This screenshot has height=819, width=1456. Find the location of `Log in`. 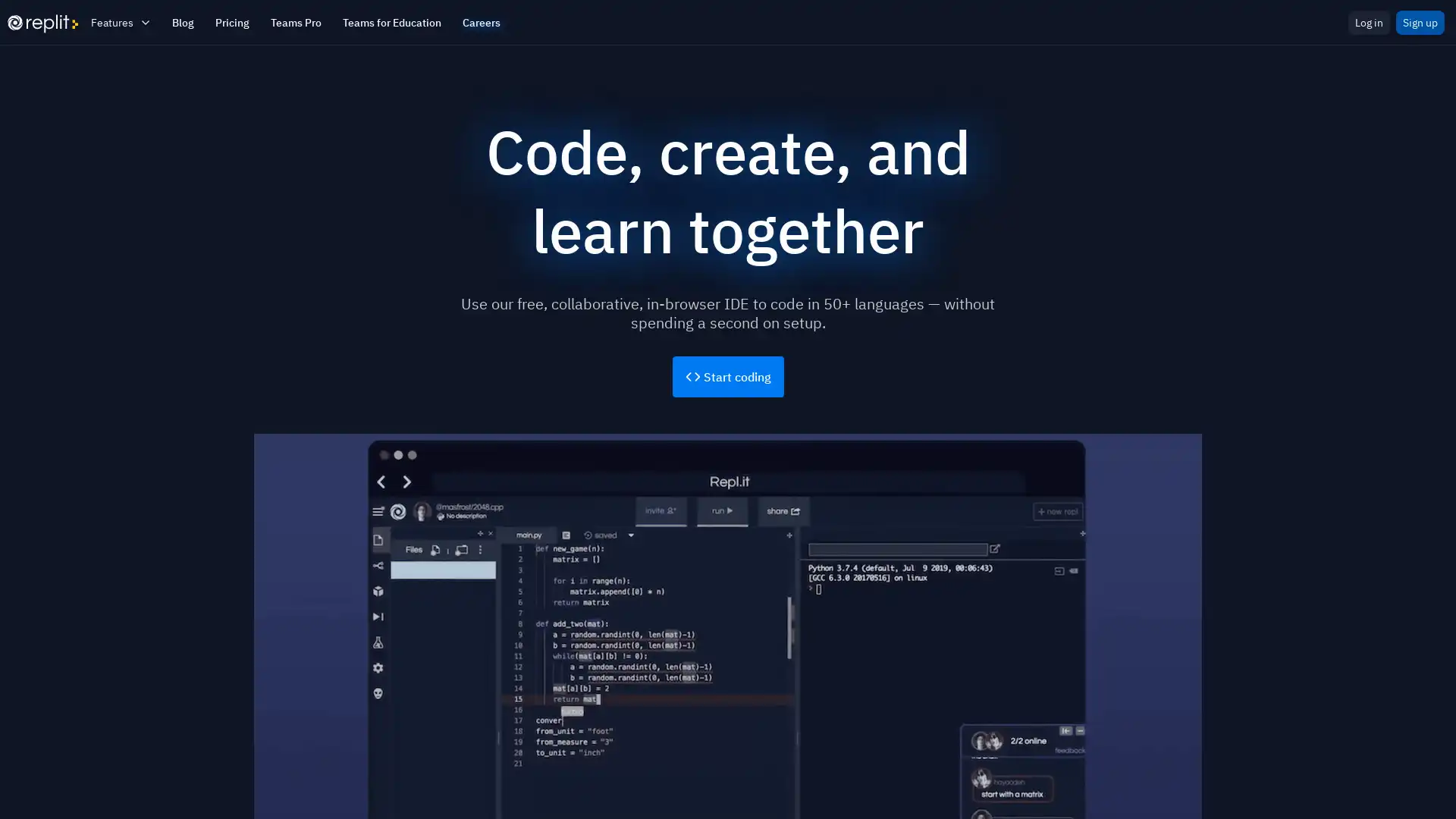

Log in is located at coordinates (1369, 23).